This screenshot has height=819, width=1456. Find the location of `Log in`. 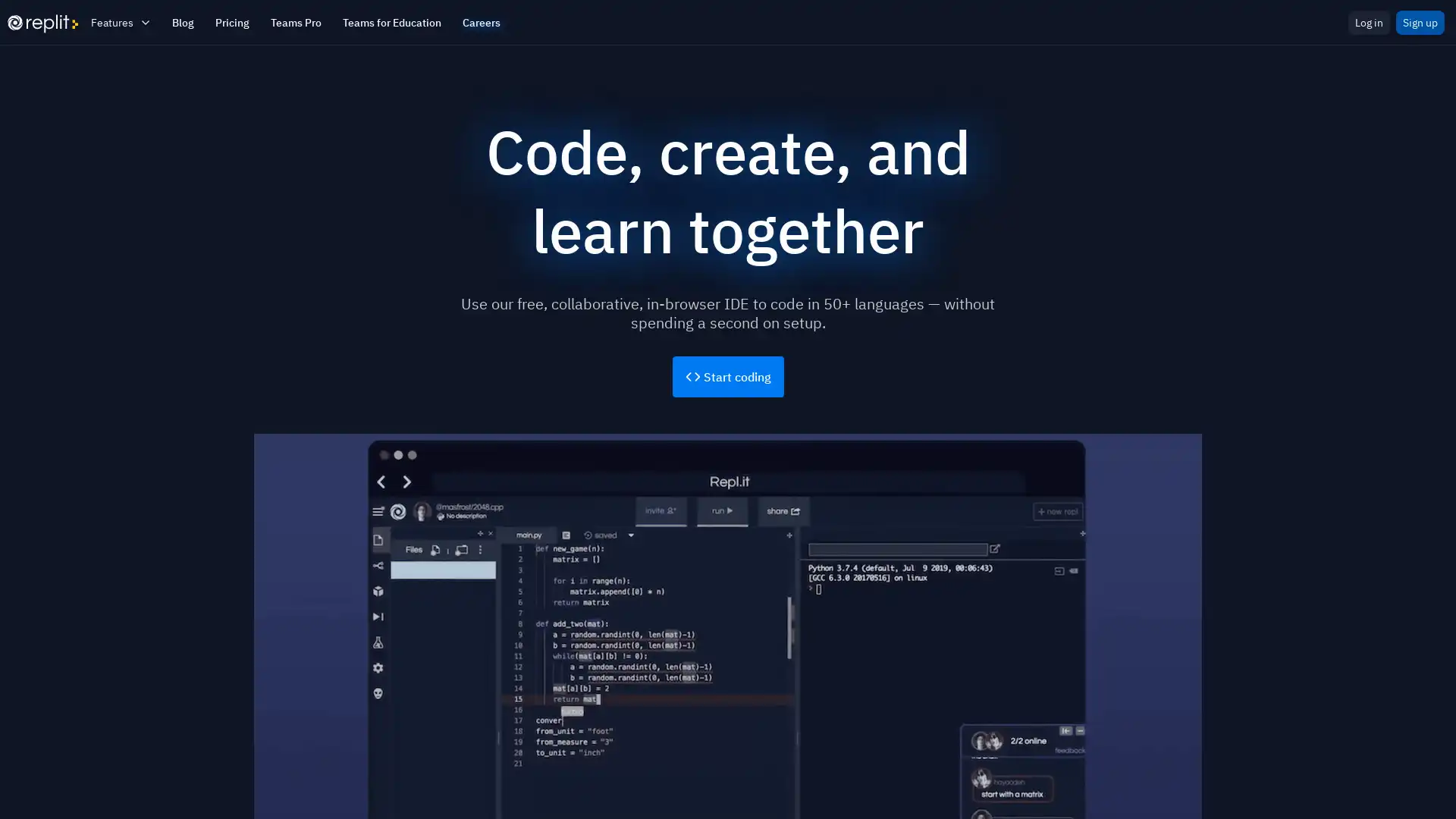

Log in is located at coordinates (1369, 23).